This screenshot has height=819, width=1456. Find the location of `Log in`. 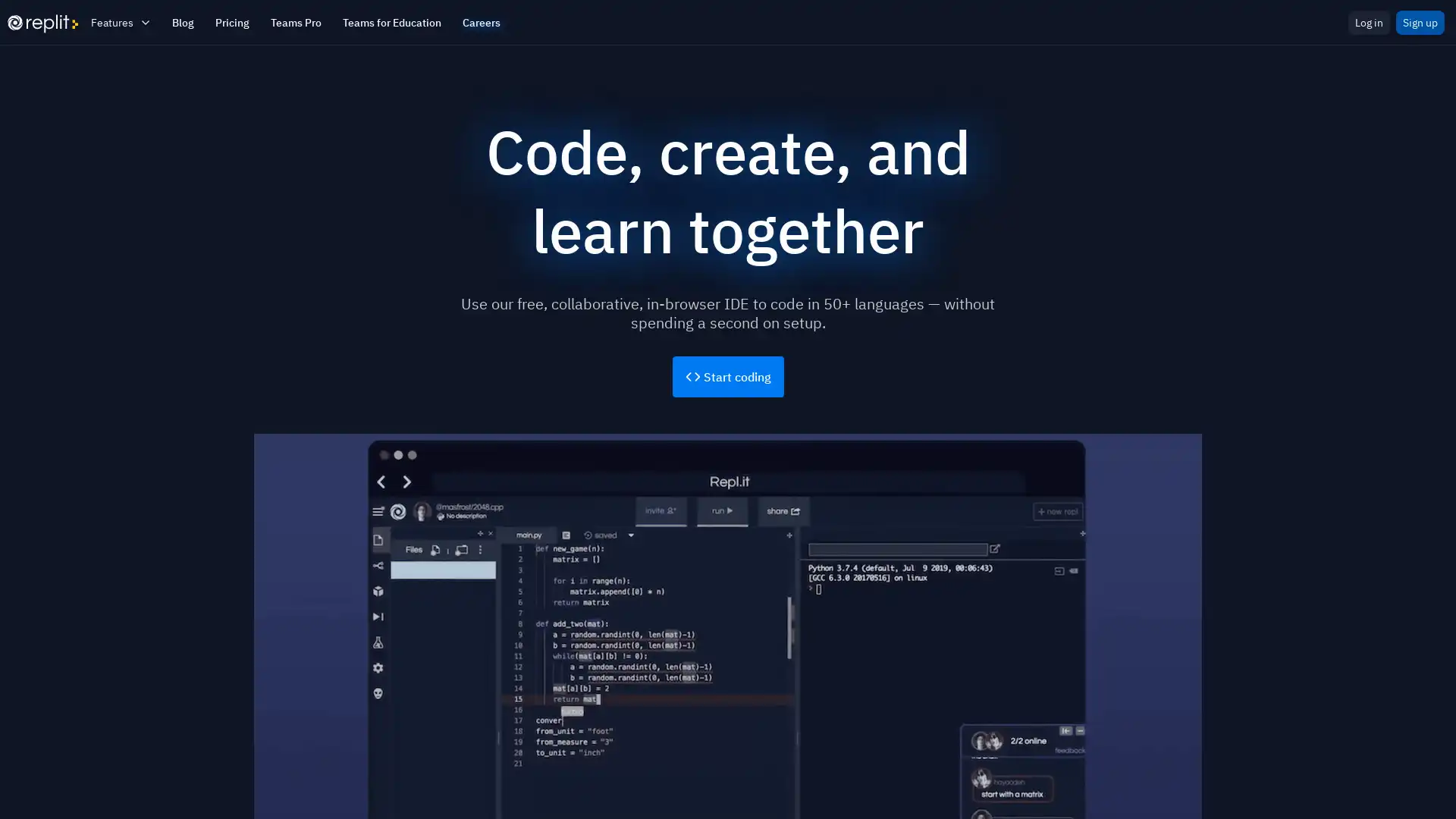

Log in is located at coordinates (1369, 23).